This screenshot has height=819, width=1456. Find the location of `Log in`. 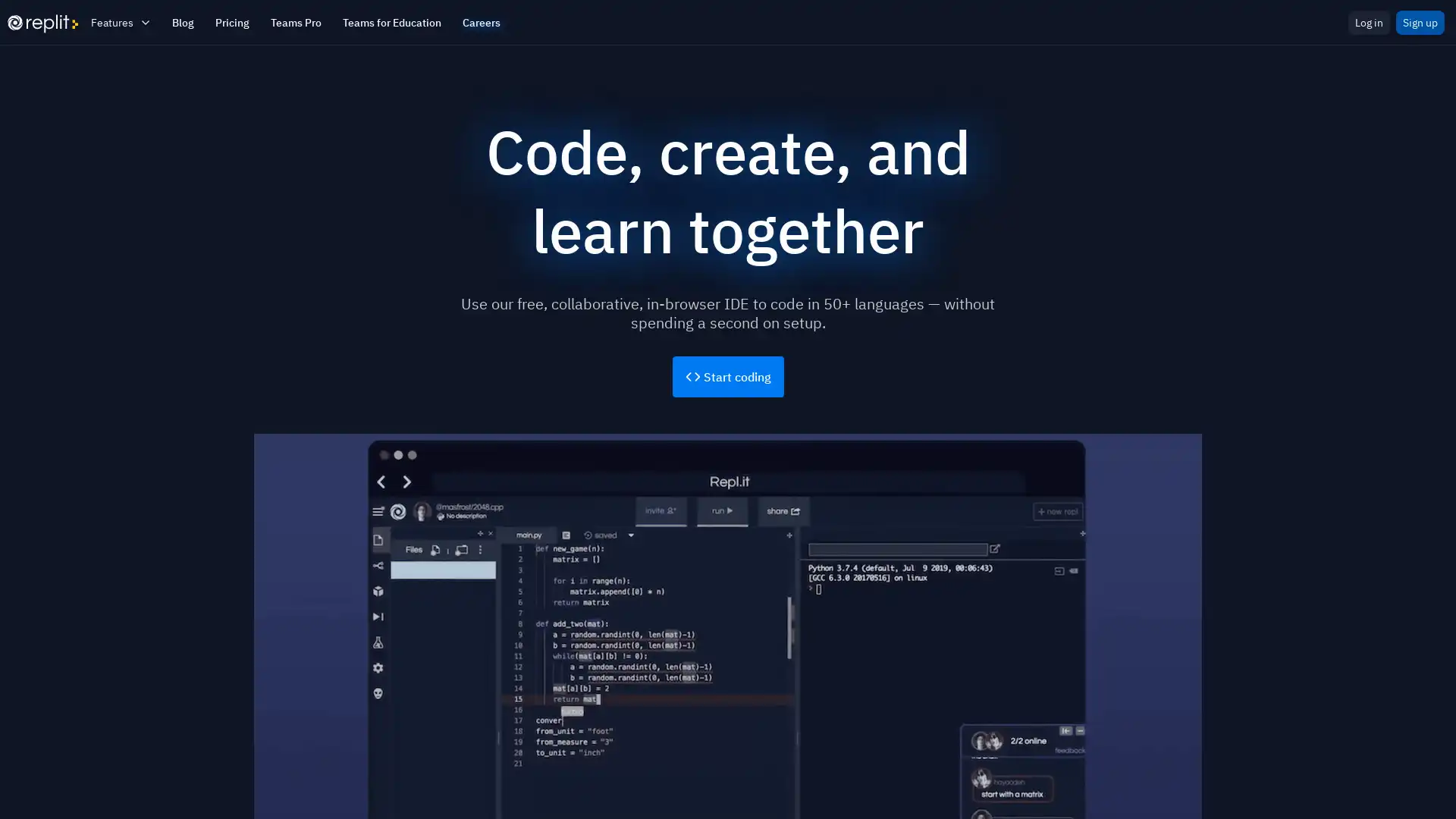

Log in is located at coordinates (1369, 23).